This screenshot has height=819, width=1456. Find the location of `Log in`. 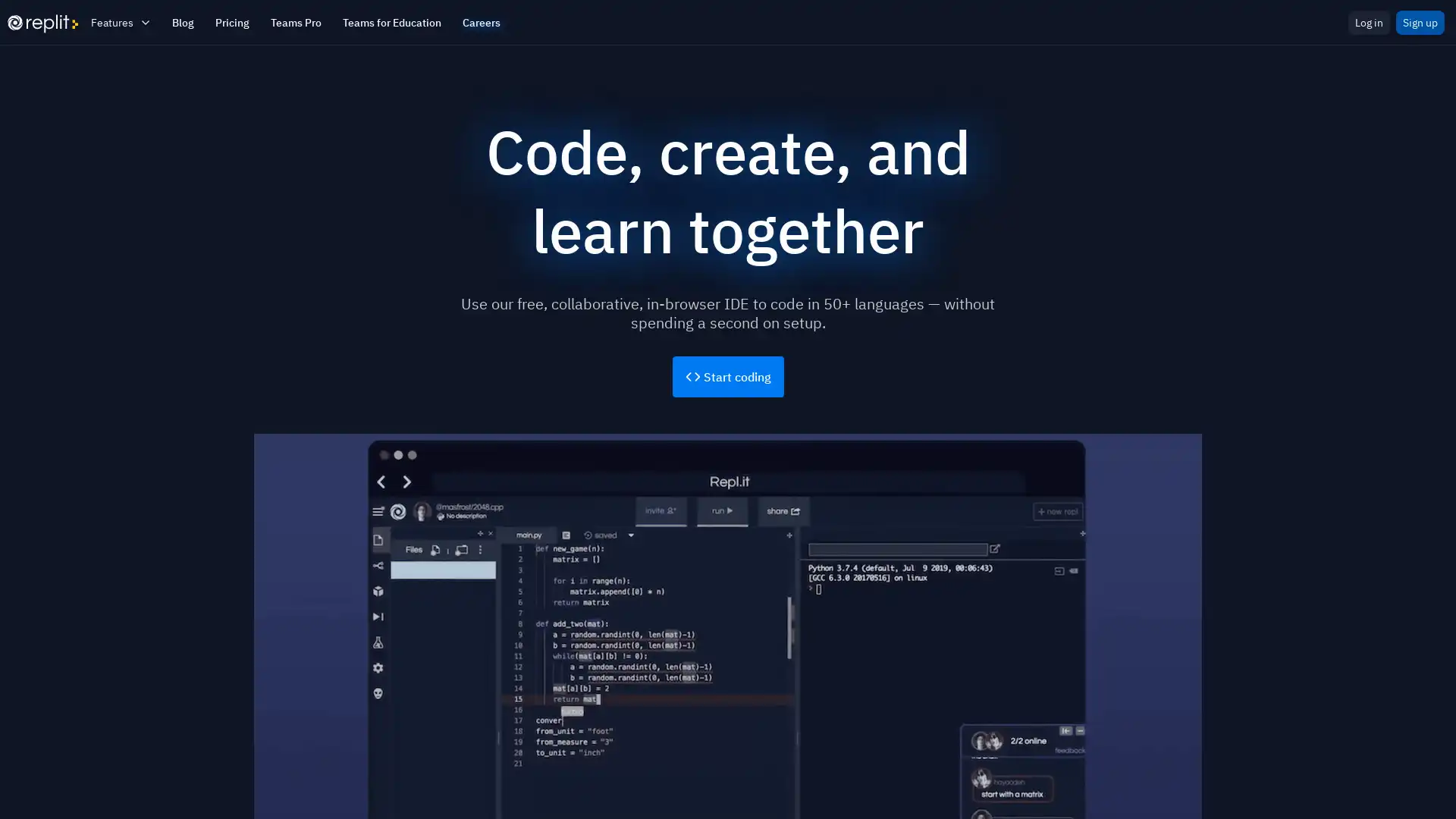

Log in is located at coordinates (1369, 23).